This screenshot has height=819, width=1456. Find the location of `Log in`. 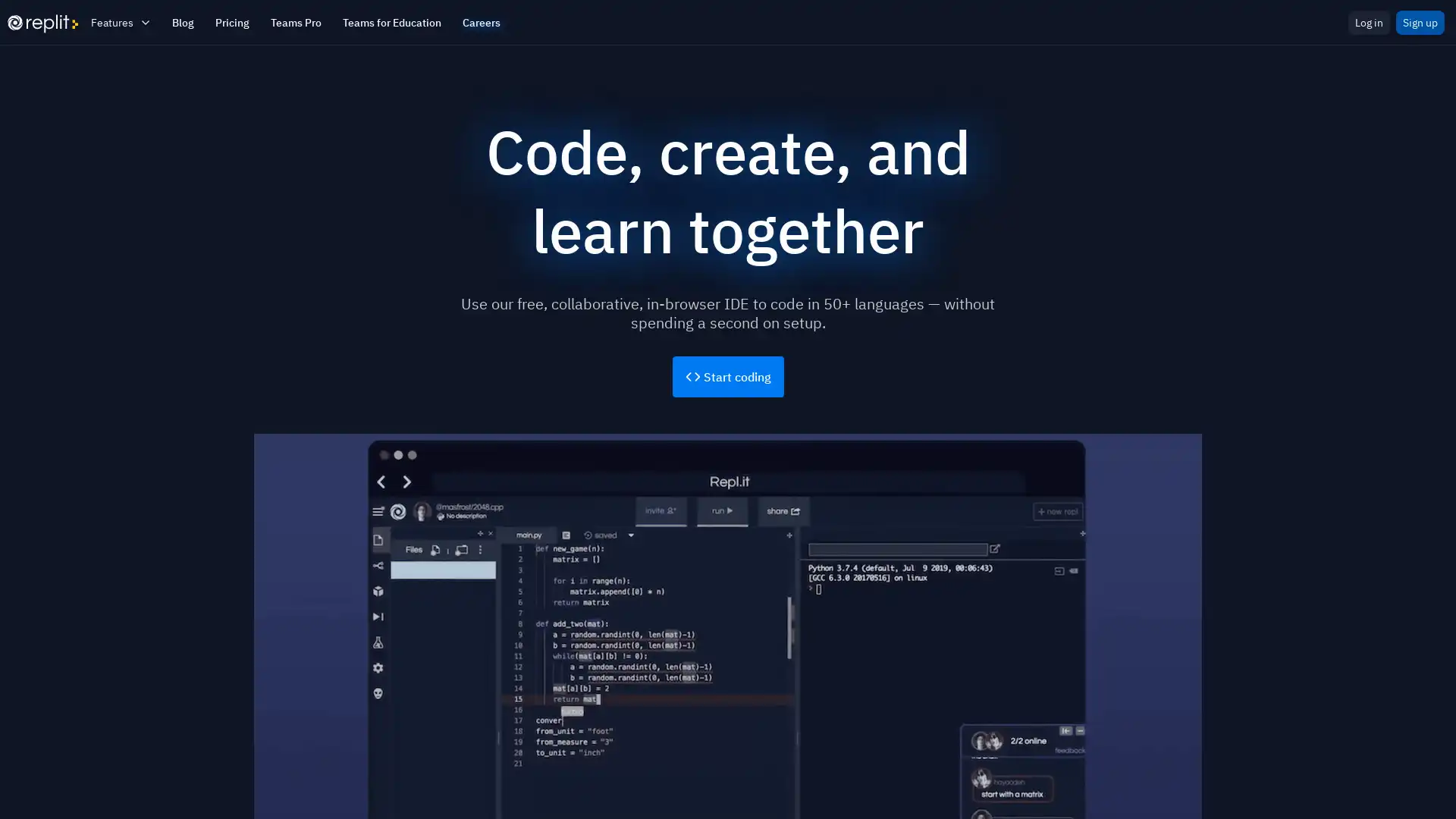

Log in is located at coordinates (1369, 23).